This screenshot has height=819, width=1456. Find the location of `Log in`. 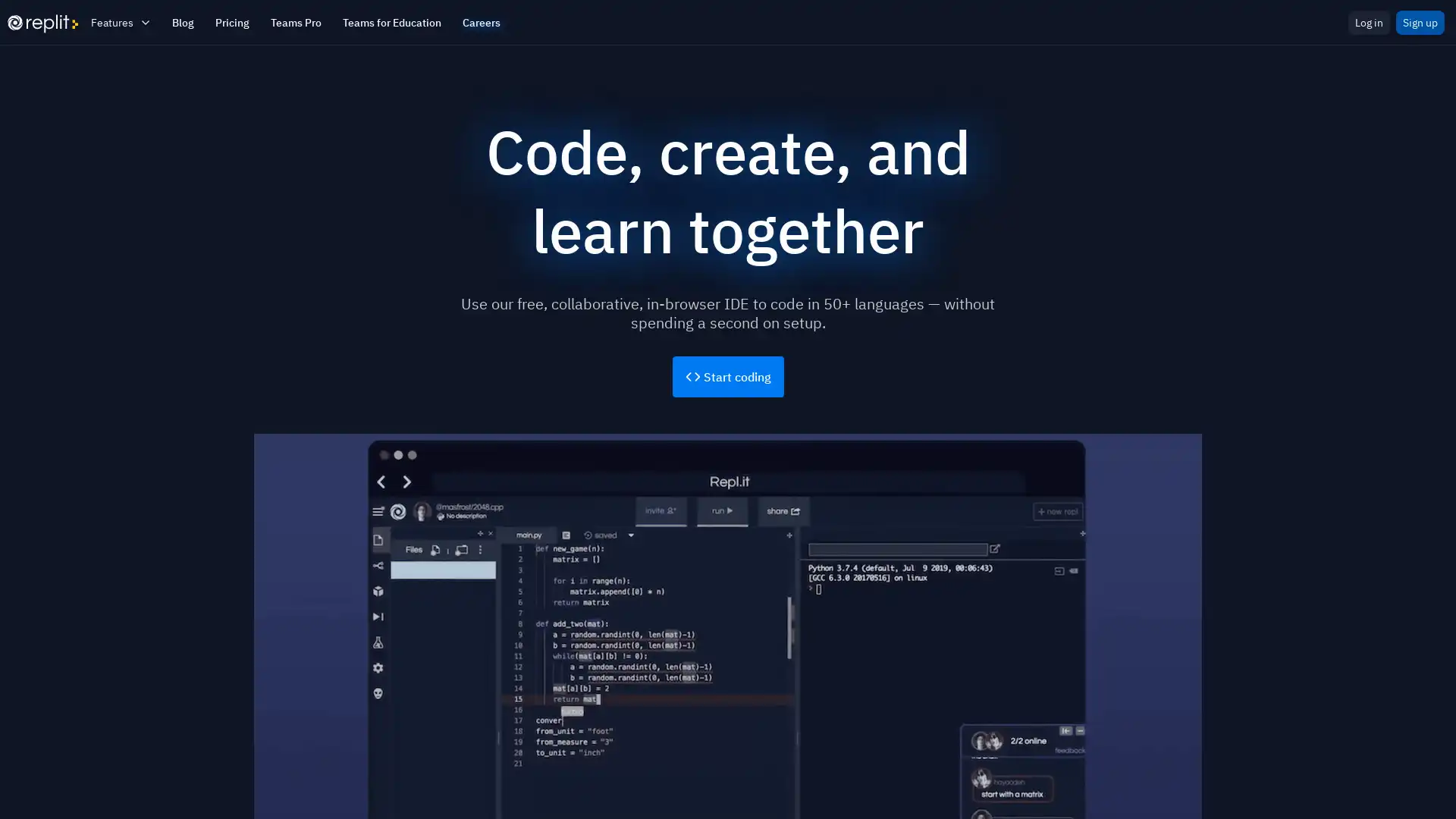

Log in is located at coordinates (1369, 23).